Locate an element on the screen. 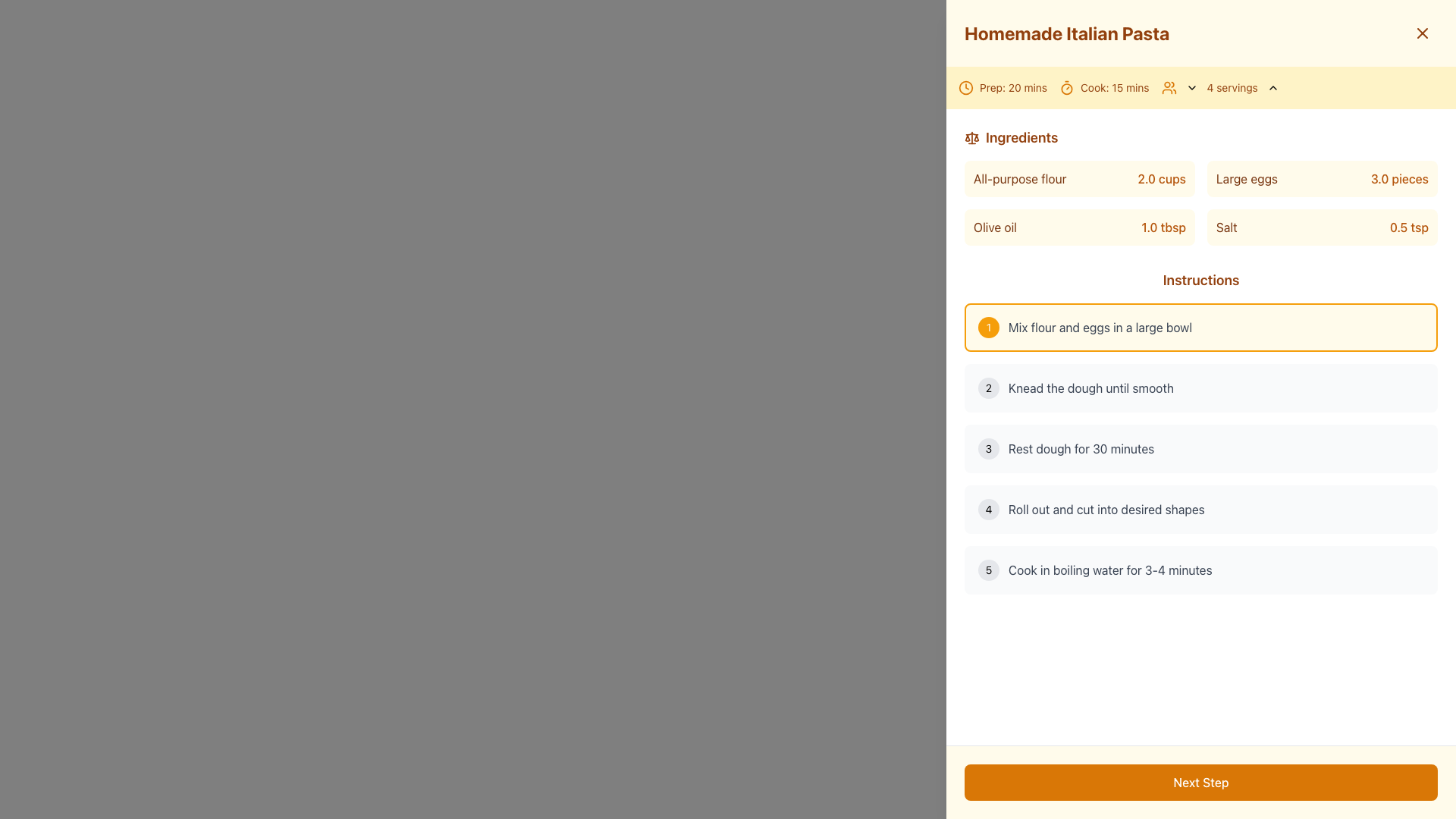  the downward-pointing chevron icon in the header section is located at coordinates (1191, 87).